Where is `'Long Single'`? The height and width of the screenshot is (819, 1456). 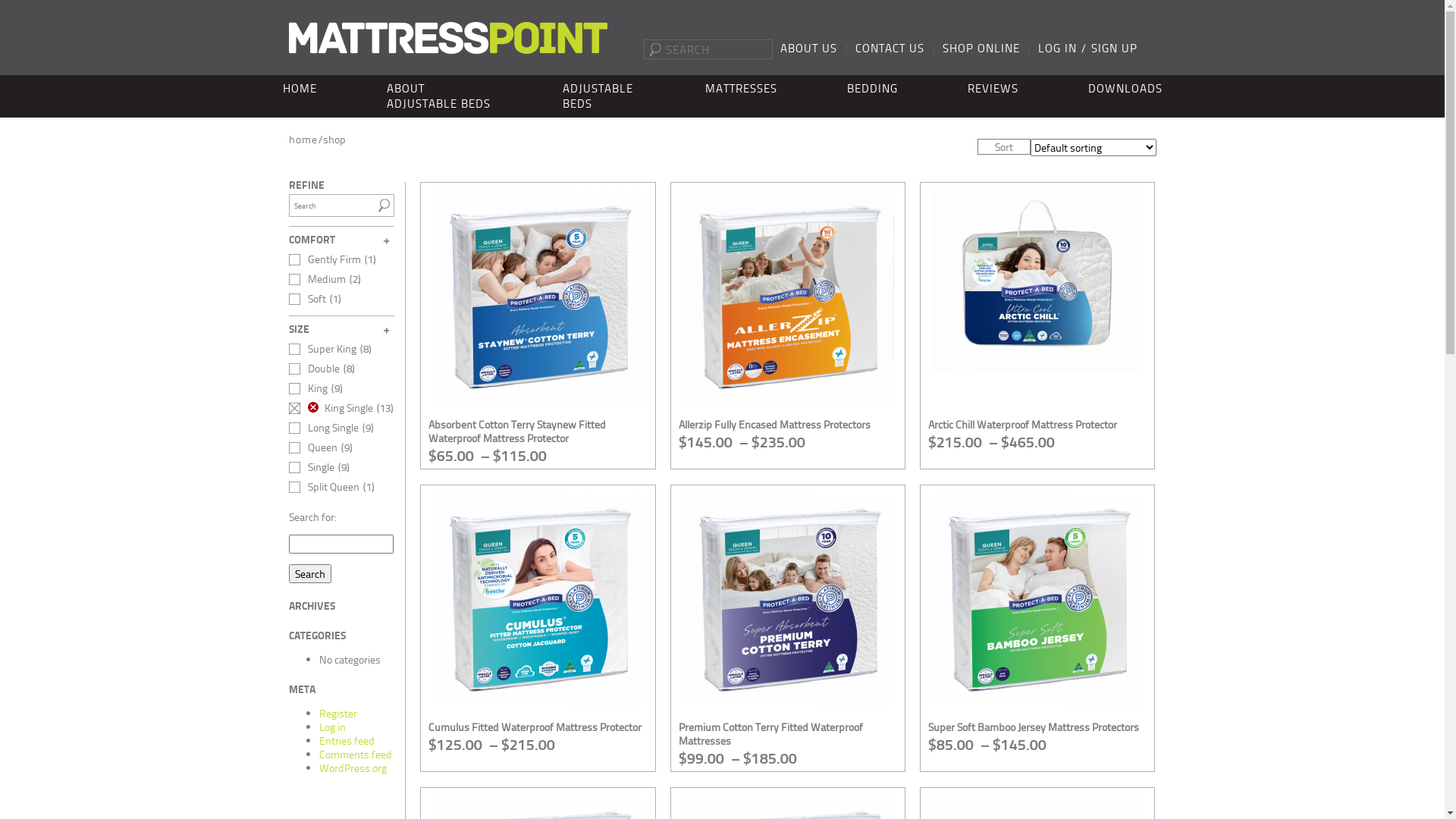 'Long Single' is located at coordinates (287, 427).